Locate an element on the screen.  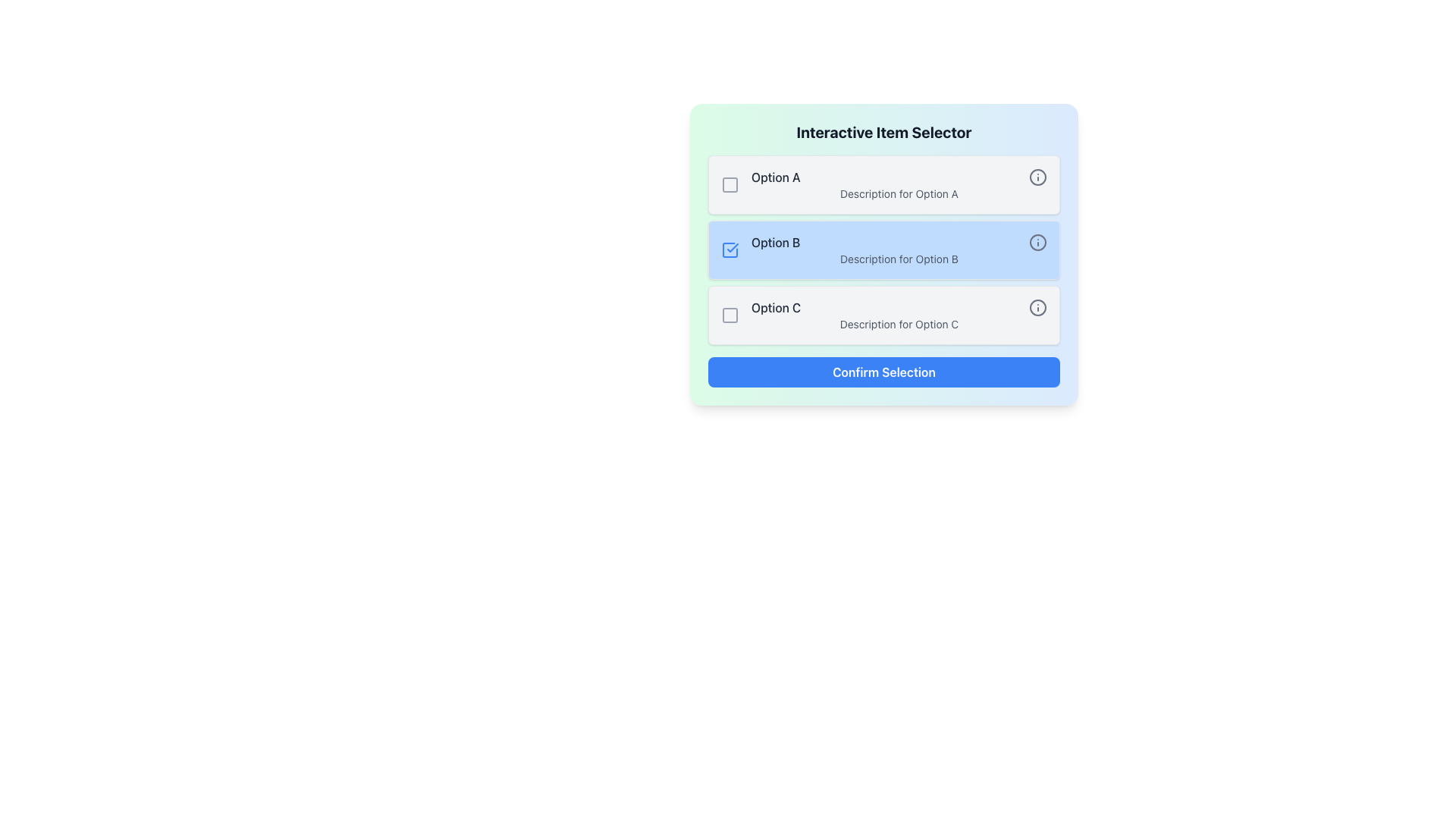
the top selectable list item that displays a title and description to make a selection is located at coordinates (899, 184).